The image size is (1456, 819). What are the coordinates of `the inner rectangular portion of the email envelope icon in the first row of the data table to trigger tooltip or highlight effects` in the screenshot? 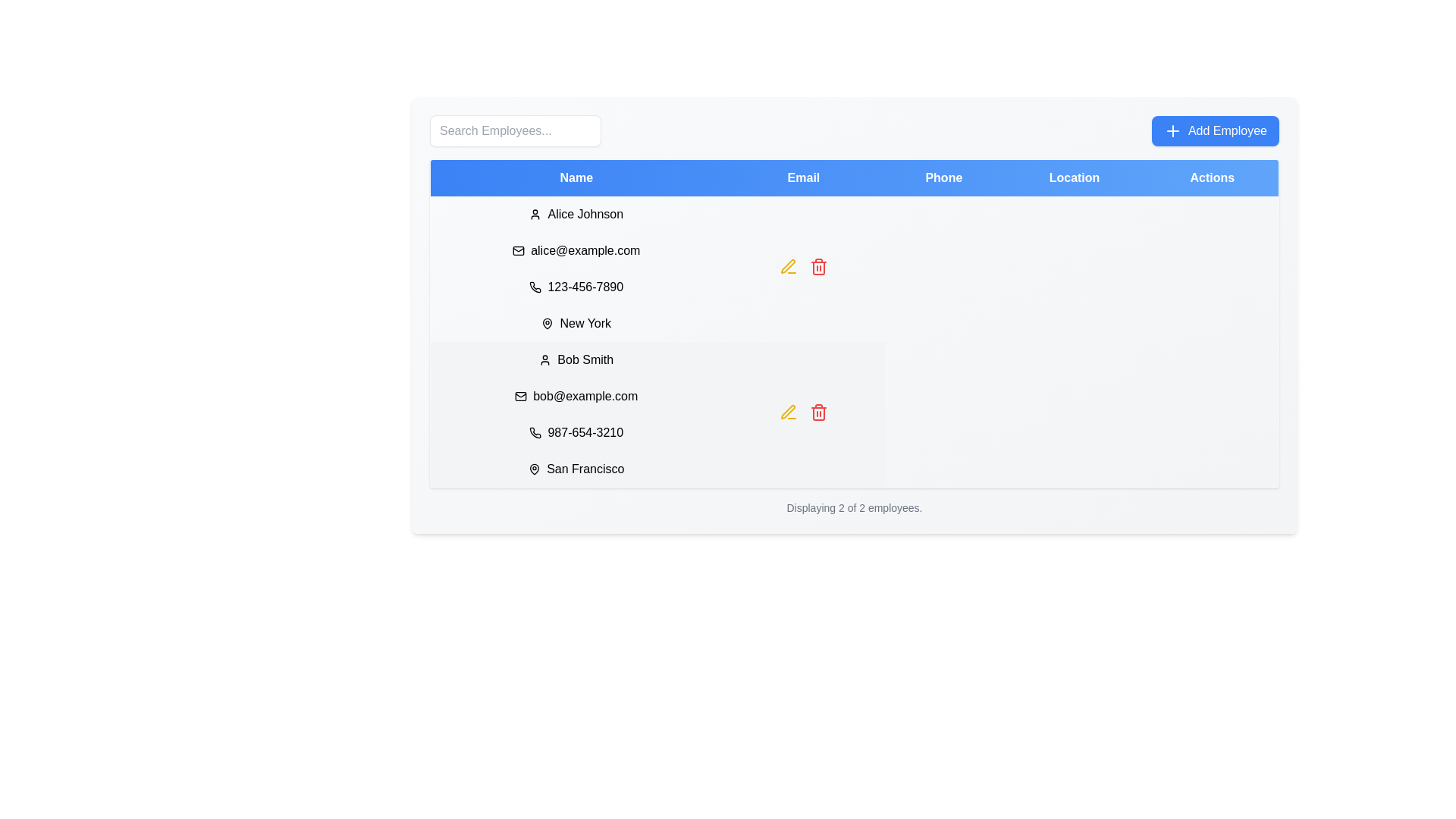 It's located at (519, 250).